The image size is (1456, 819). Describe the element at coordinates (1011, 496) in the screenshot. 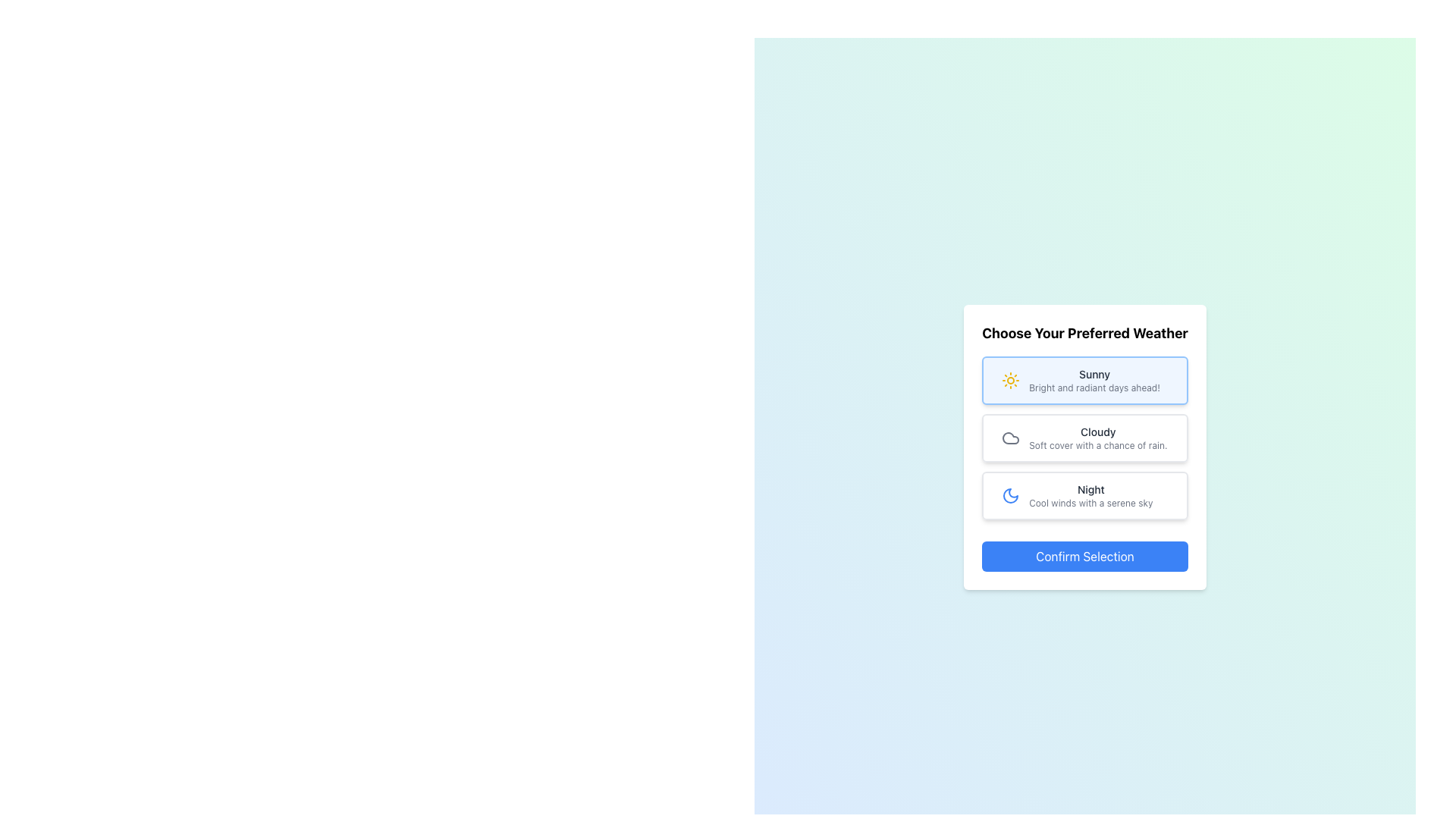

I see `the crescent moon icon that signifies the 'Night' weather condition` at that location.